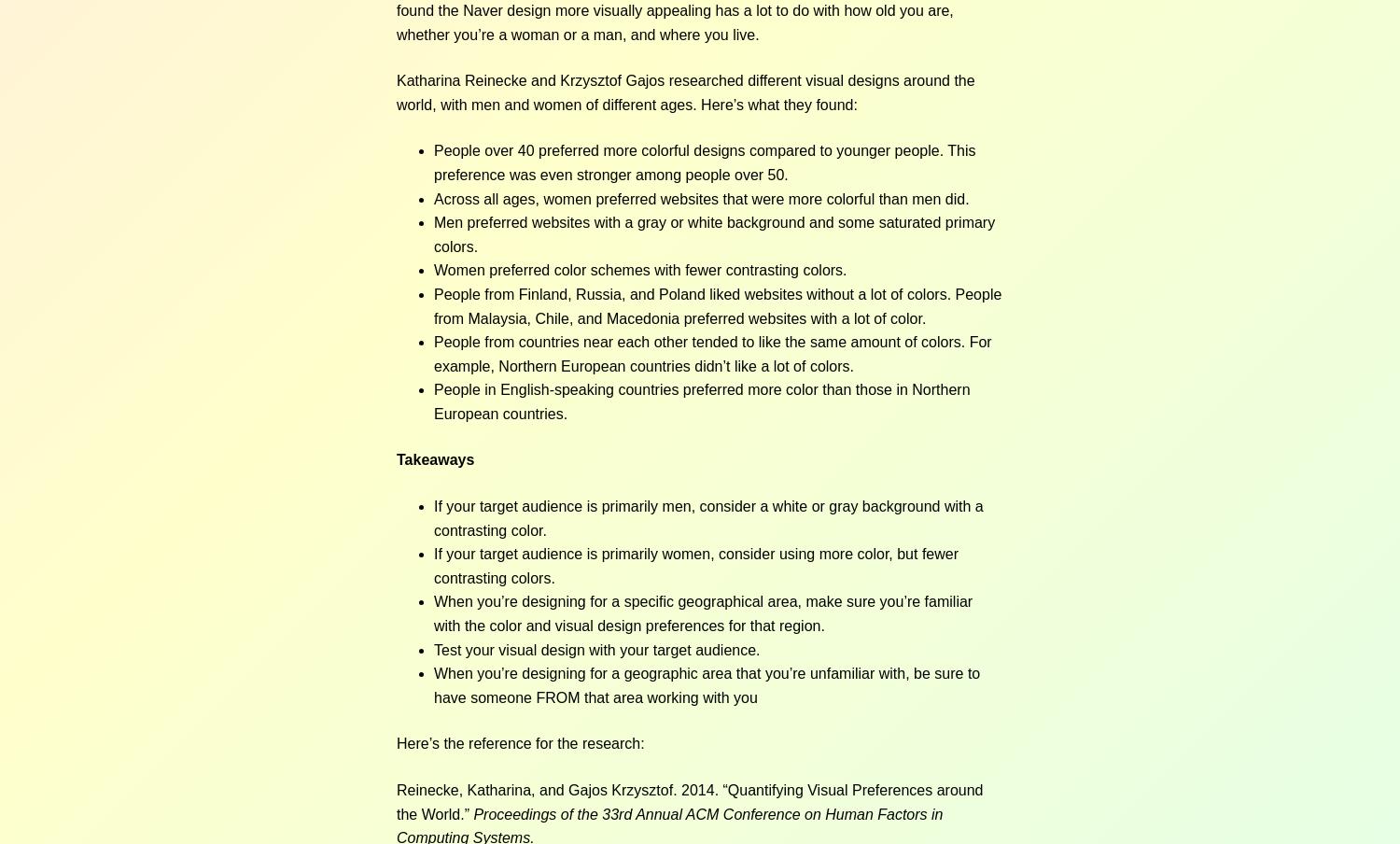  I want to click on 'Katharina Reinecke and Krzysztof Gajos researched different visual designs around the world, with men and women of different ages. Here’s what they found:', so click(684, 91).